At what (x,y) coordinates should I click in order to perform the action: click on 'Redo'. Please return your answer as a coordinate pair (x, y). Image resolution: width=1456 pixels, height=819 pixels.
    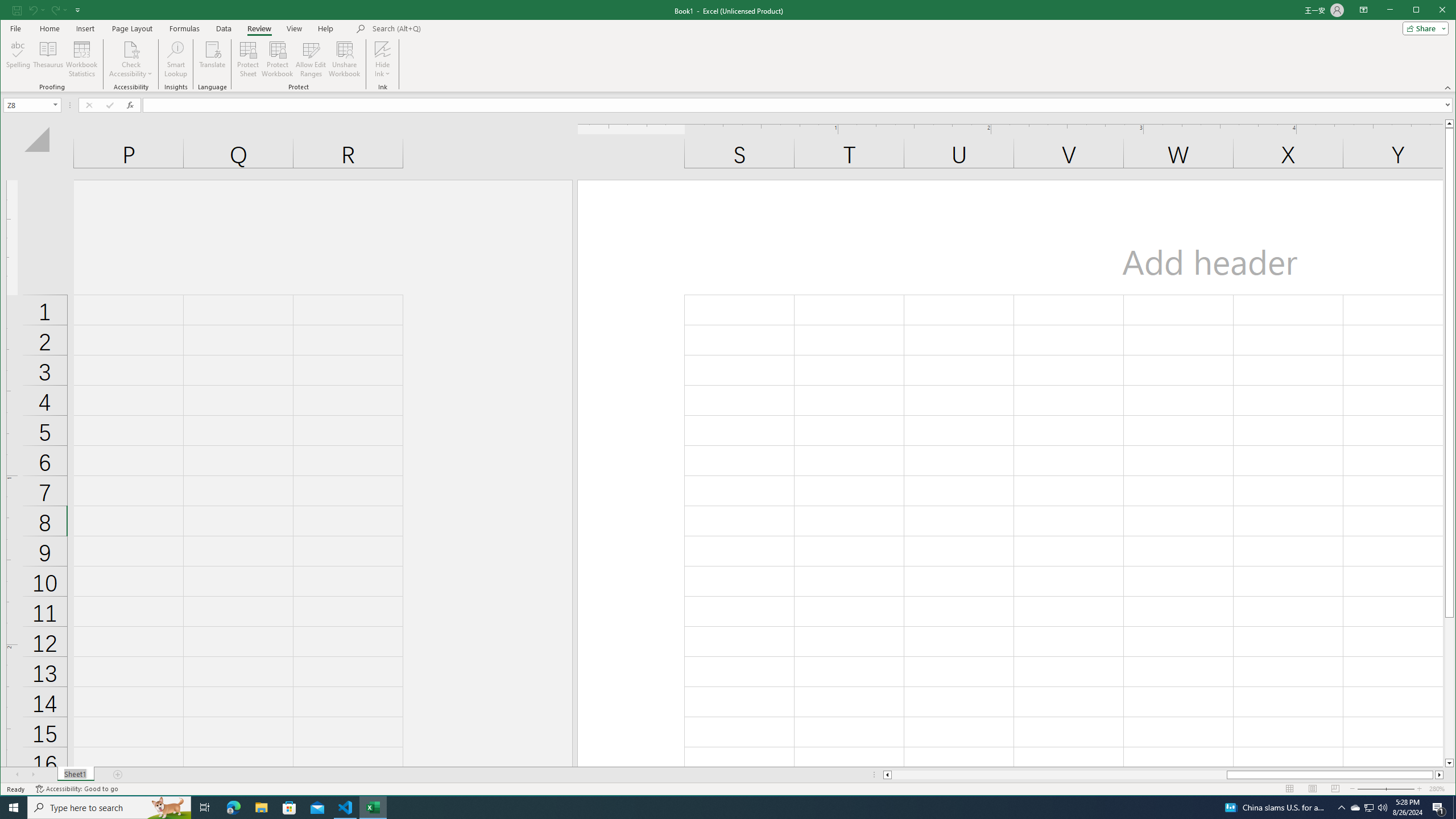
    Looking at the image, I should click on (55, 9).